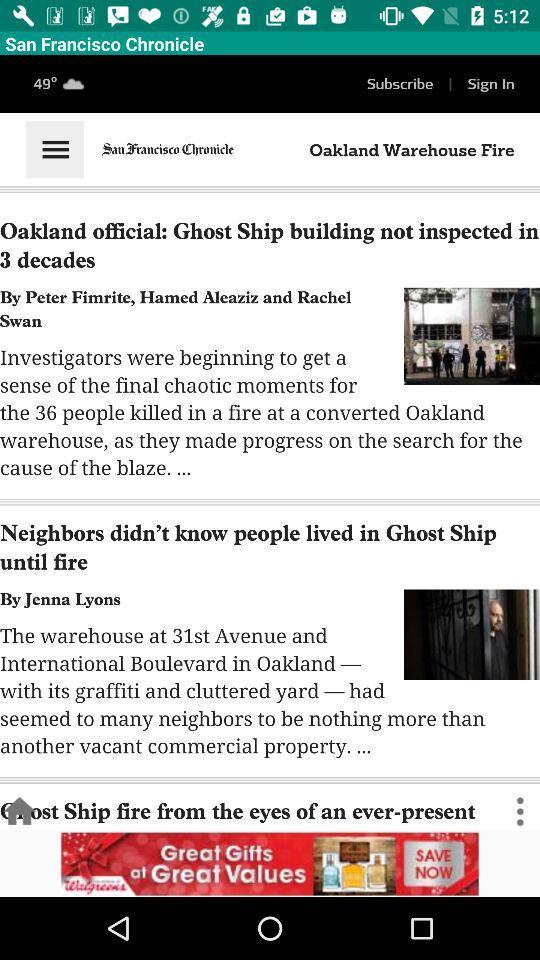 This screenshot has width=540, height=960. Describe the element at coordinates (18, 811) in the screenshot. I see `go back` at that location.